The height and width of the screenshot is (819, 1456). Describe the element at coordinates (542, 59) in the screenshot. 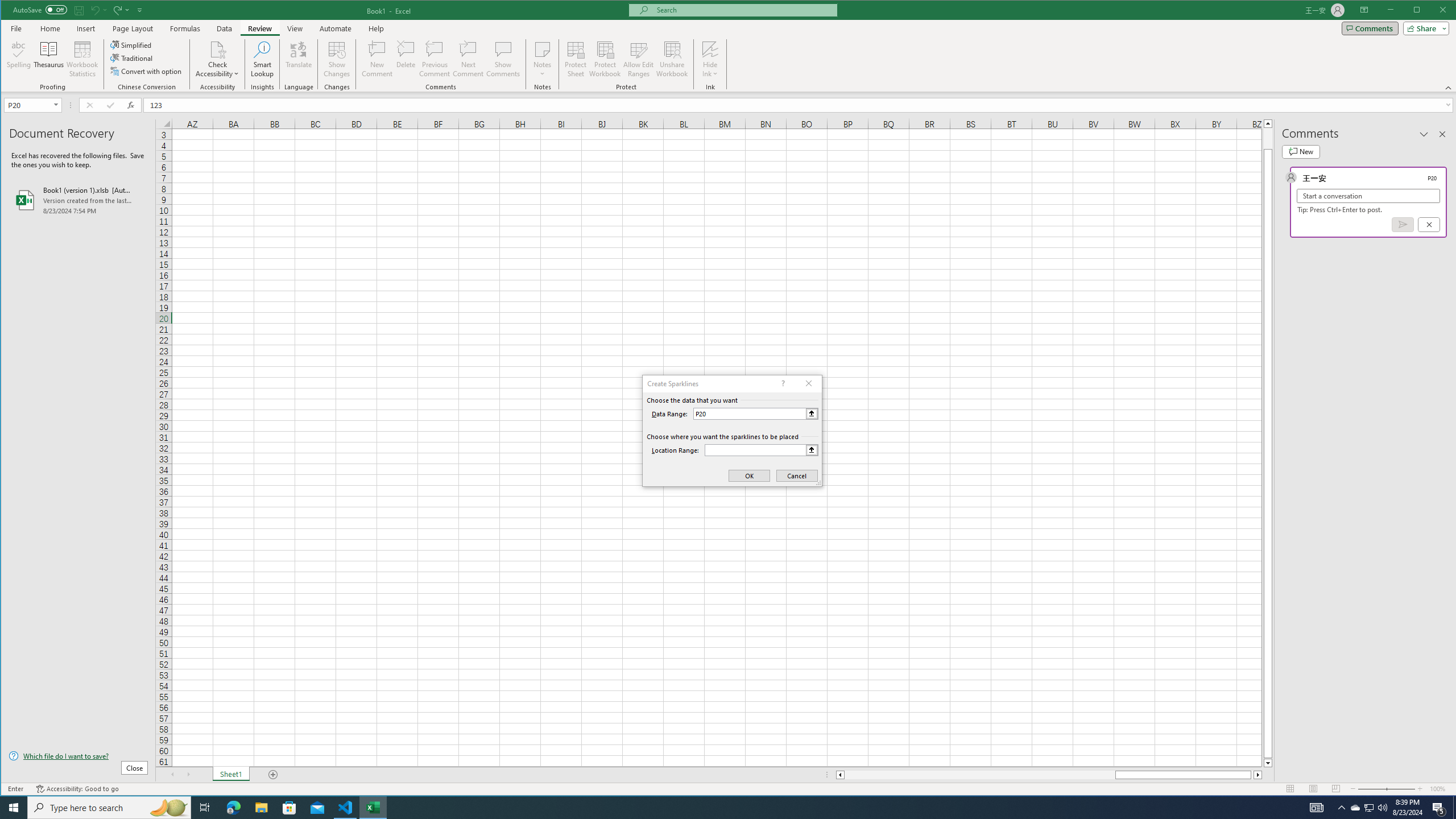

I see `'Notes'` at that location.